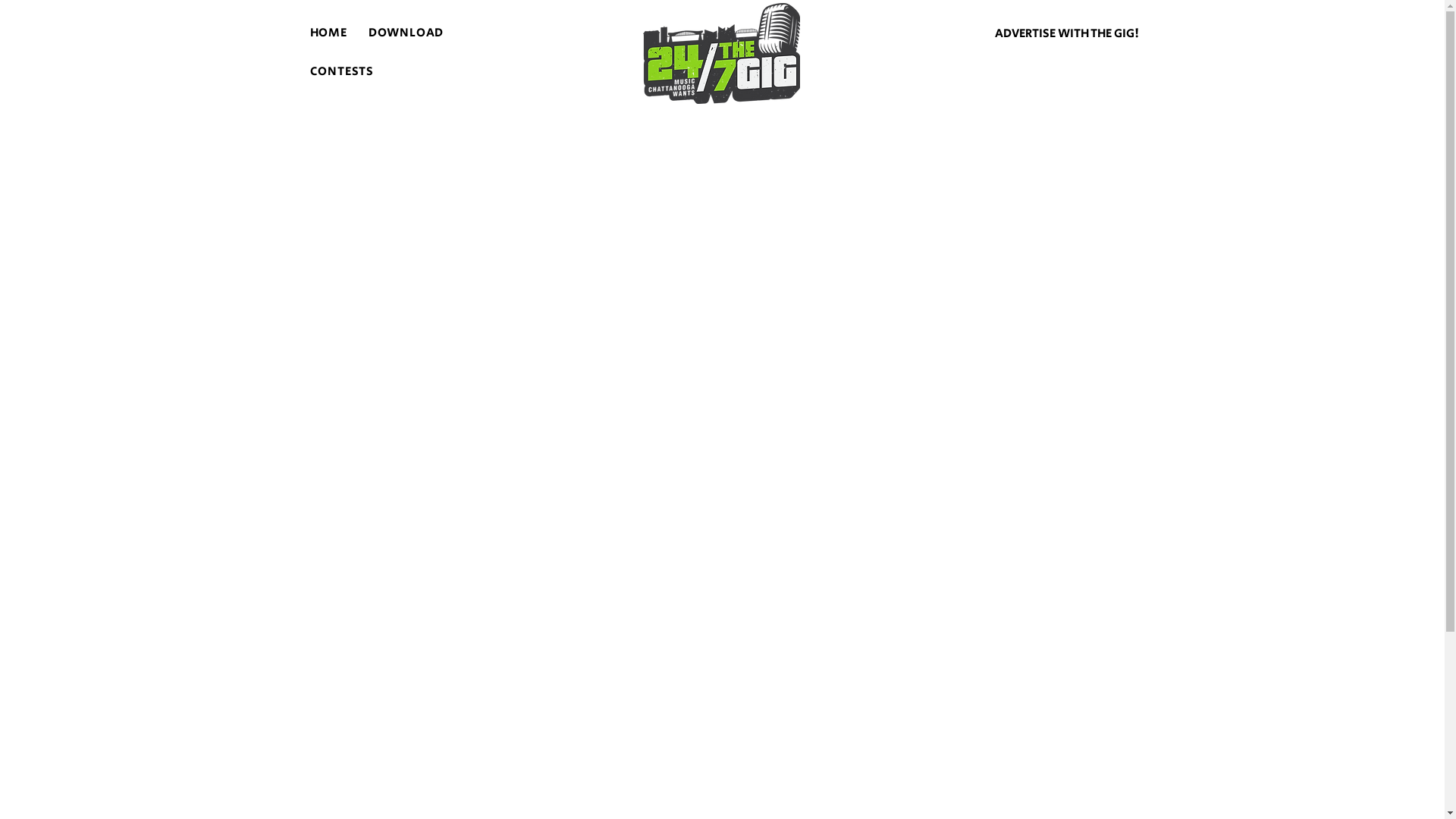 The height and width of the screenshot is (819, 1456). What do you see at coordinates (359, 33) in the screenshot?
I see `'DOWNLOAD'` at bounding box center [359, 33].